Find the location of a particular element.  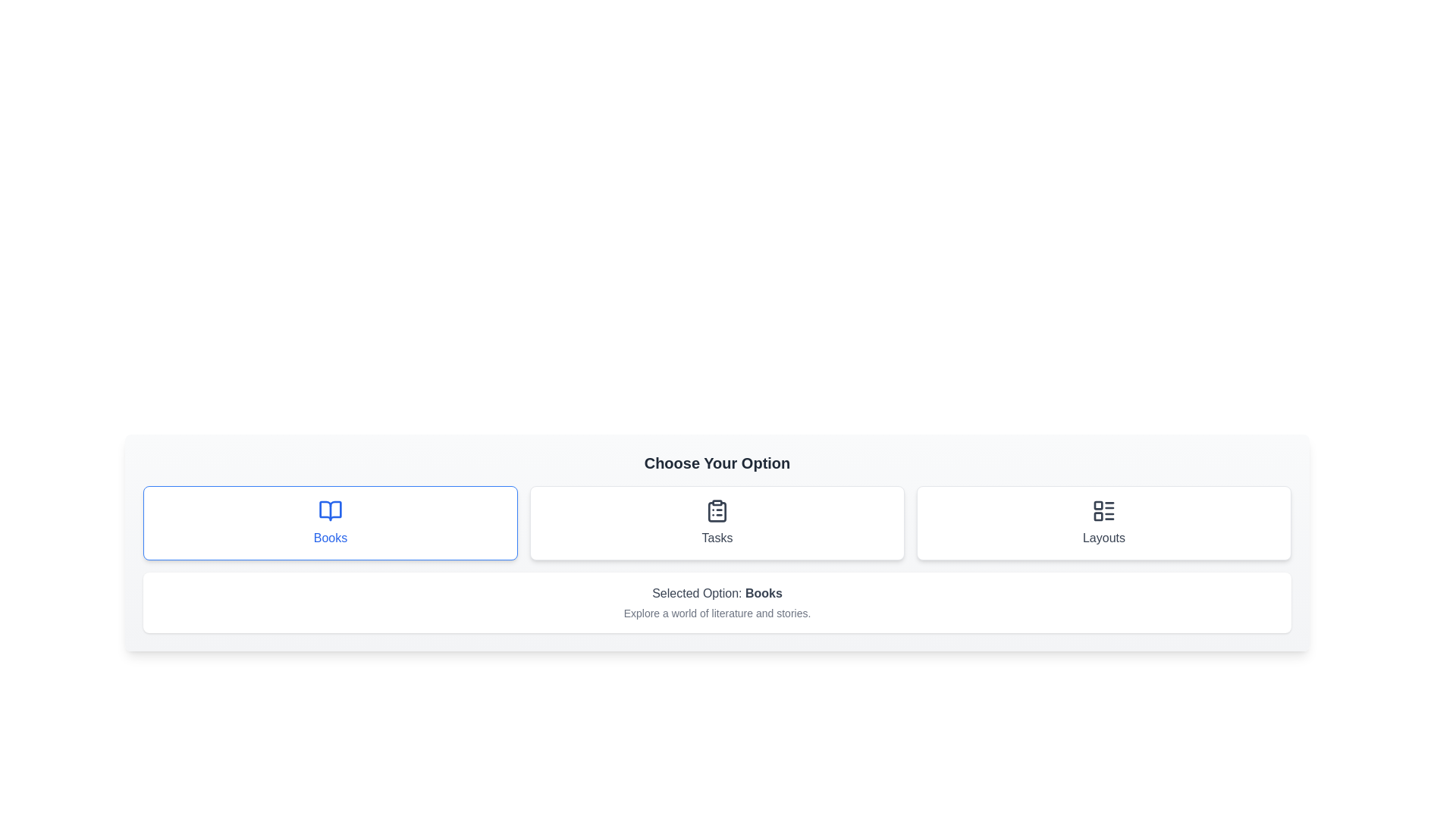

the text label displaying the word 'Layouts', which is styled with dark grey color and is centrally aligned within a white rounded rectangle area, located towards the right side of the interface is located at coordinates (1103, 537).